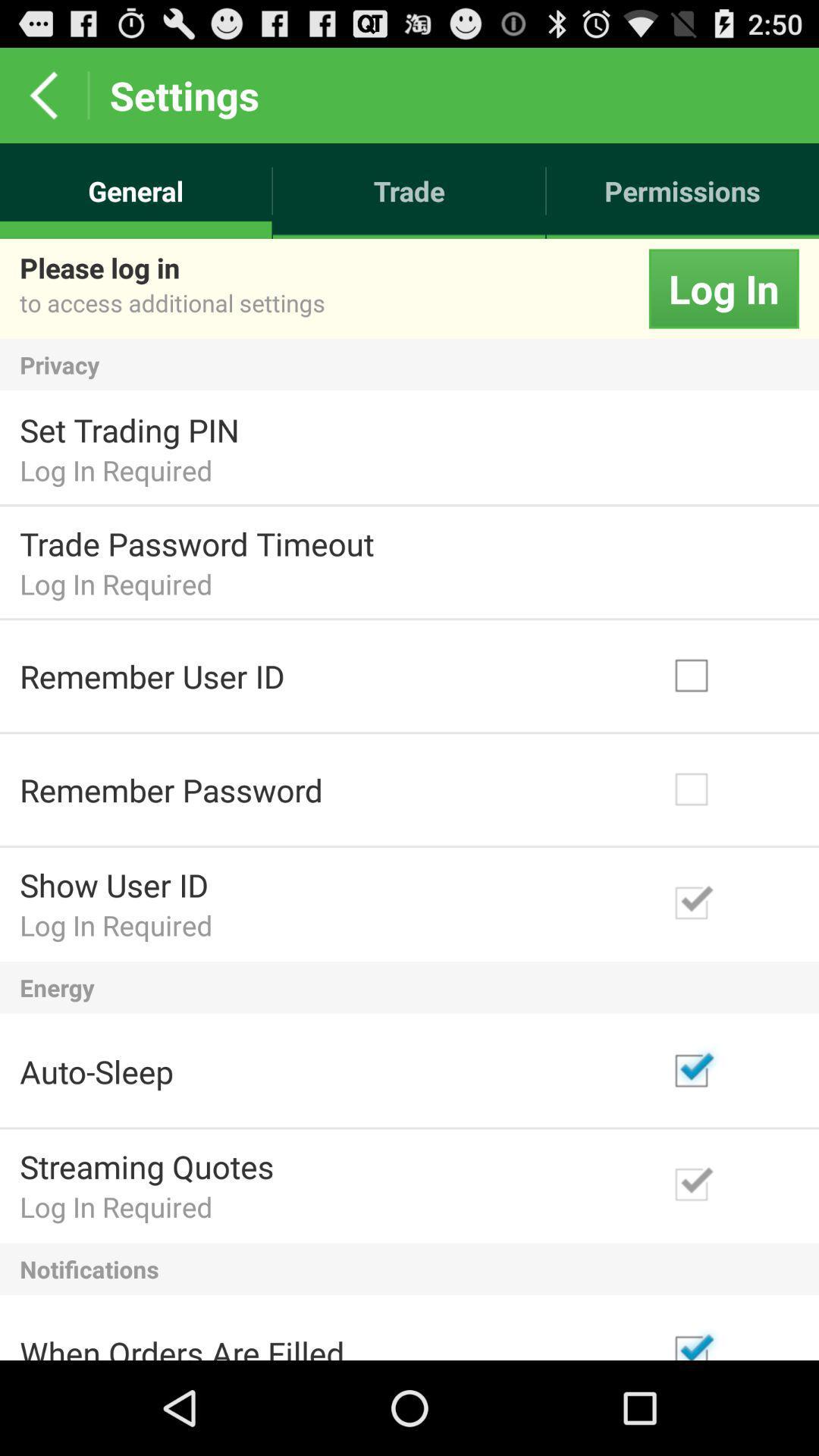 The height and width of the screenshot is (1456, 819). Describe the element at coordinates (409, 365) in the screenshot. I see `app above set trading pin` at that location.